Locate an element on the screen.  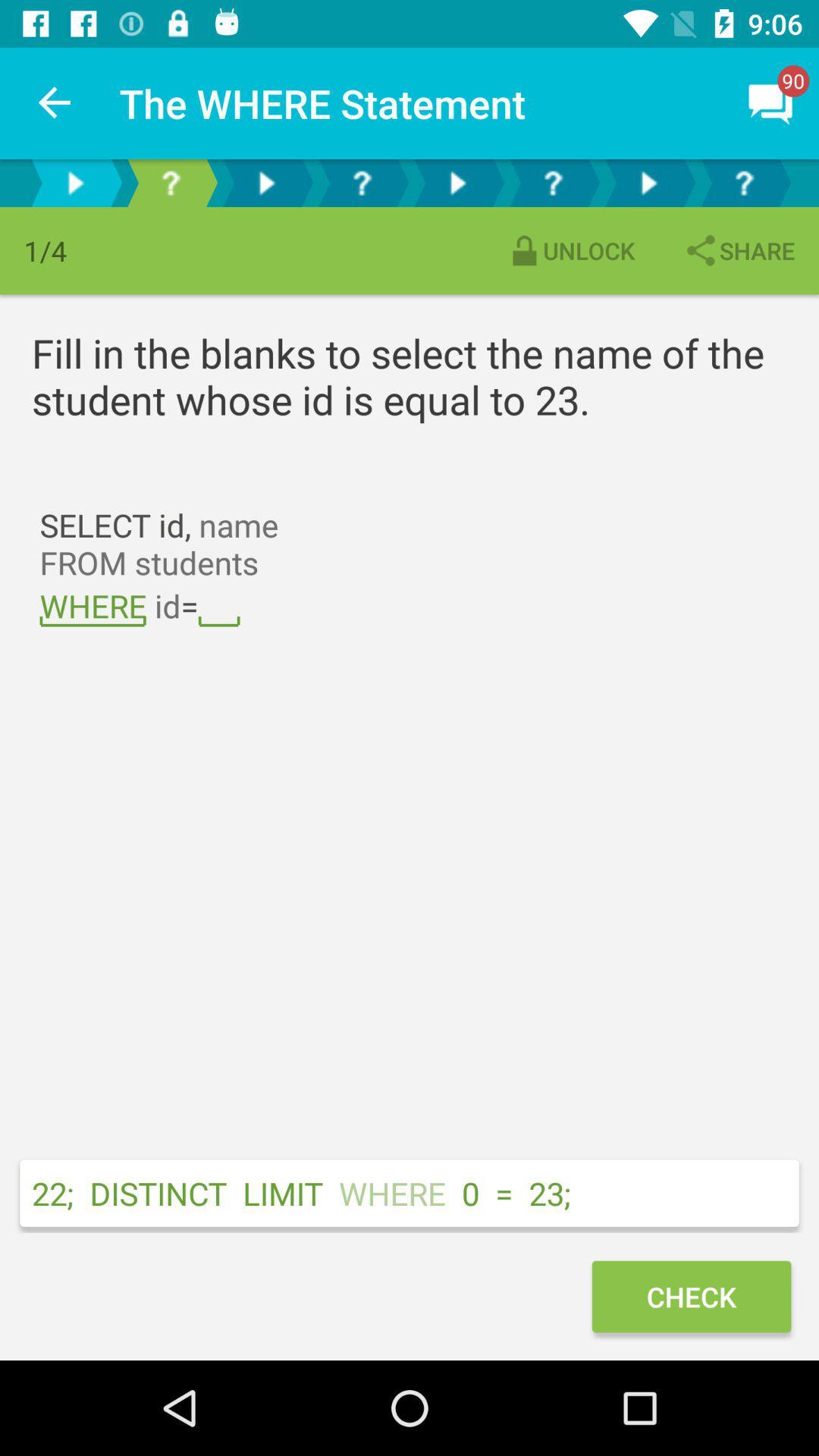
choose where statement is located at coordinates (553, 182).